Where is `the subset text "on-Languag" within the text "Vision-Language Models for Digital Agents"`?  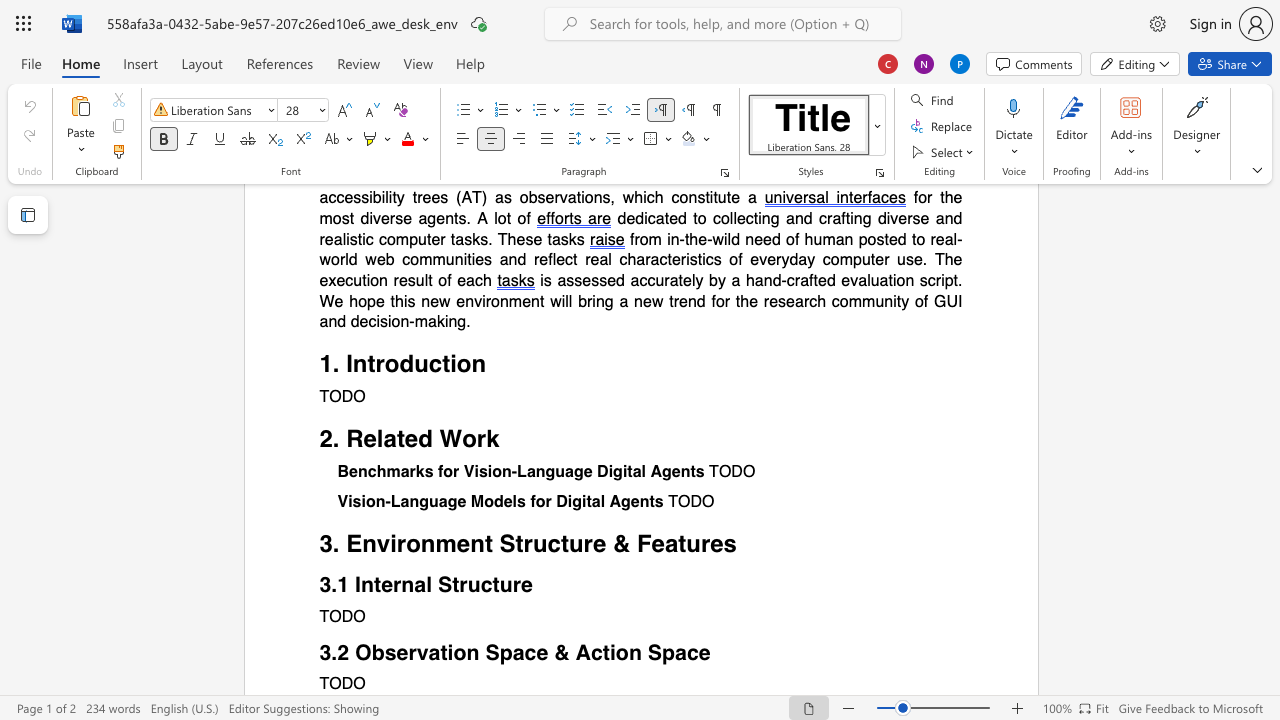 the subset text "on-Languag" within the text "Vision-Language Models for Digital Agents" is located at coordinates (365, 501).